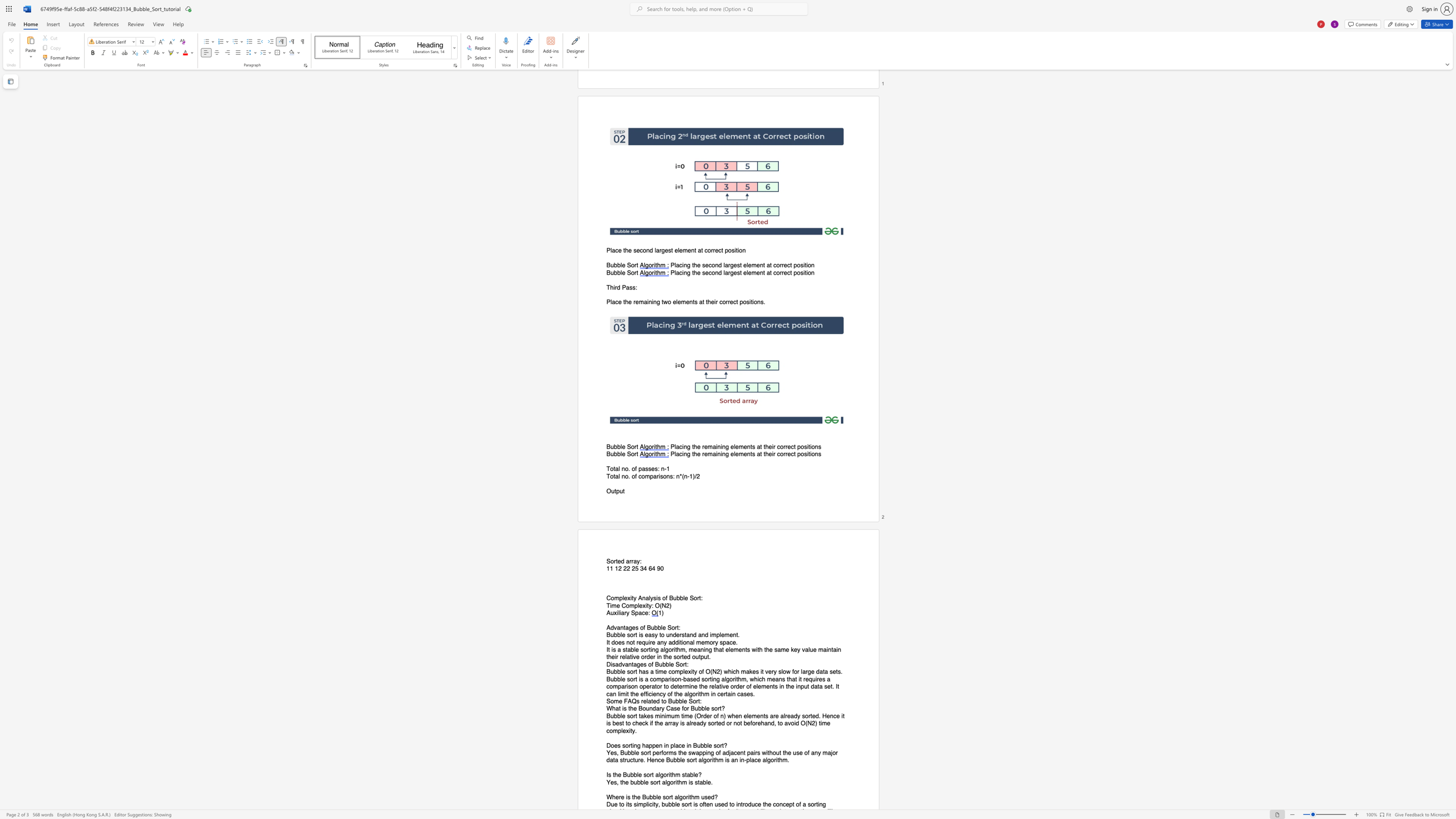  Describe the element at coordinates (665, 642) in the screenshot. I see `the 1th character "y" in the text` at that location.